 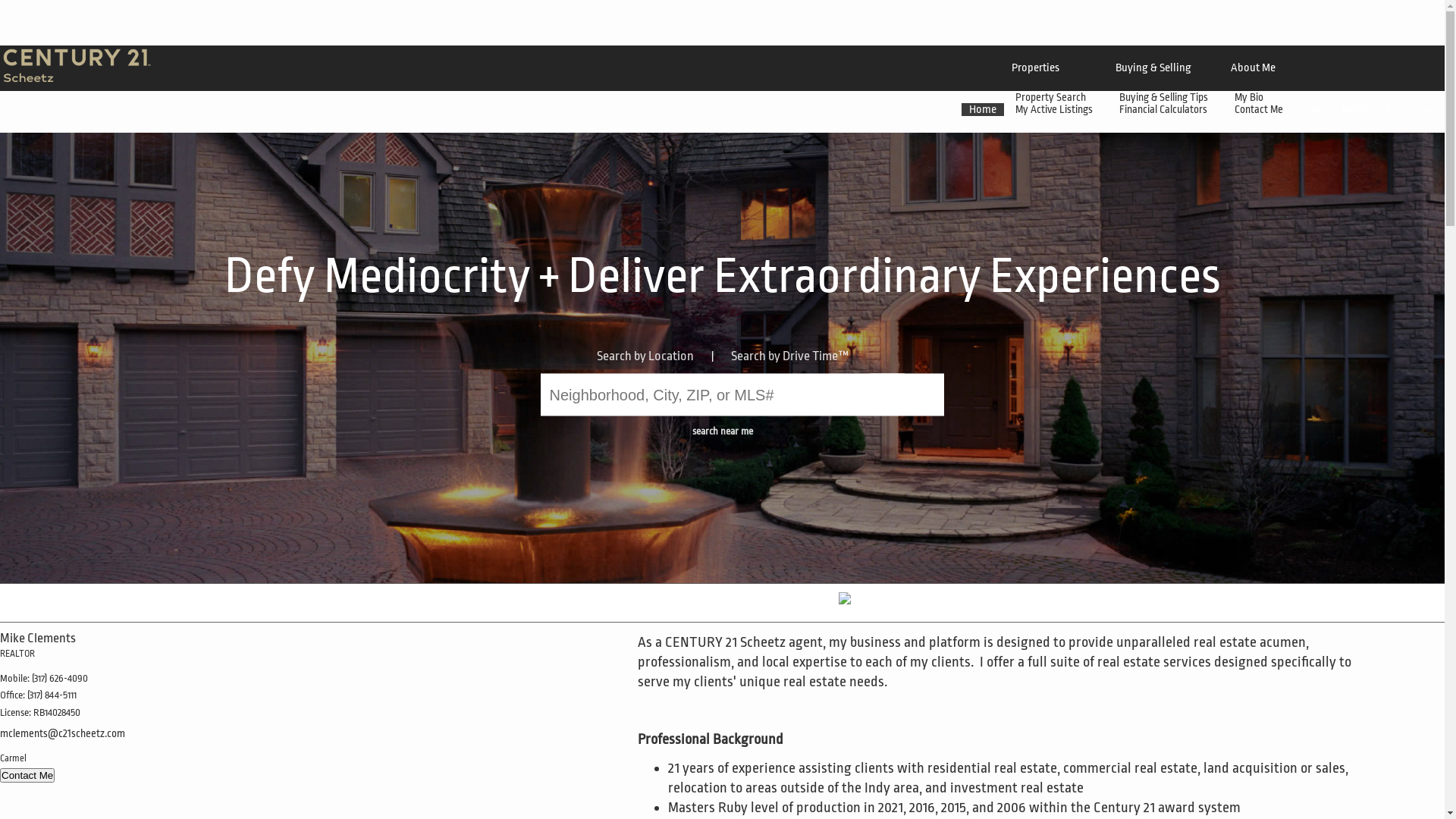 What do you see at coordinates (1164, 108) in the screenshot?
I see `'Financial Calculators'` at bounding box center [1164, 108].